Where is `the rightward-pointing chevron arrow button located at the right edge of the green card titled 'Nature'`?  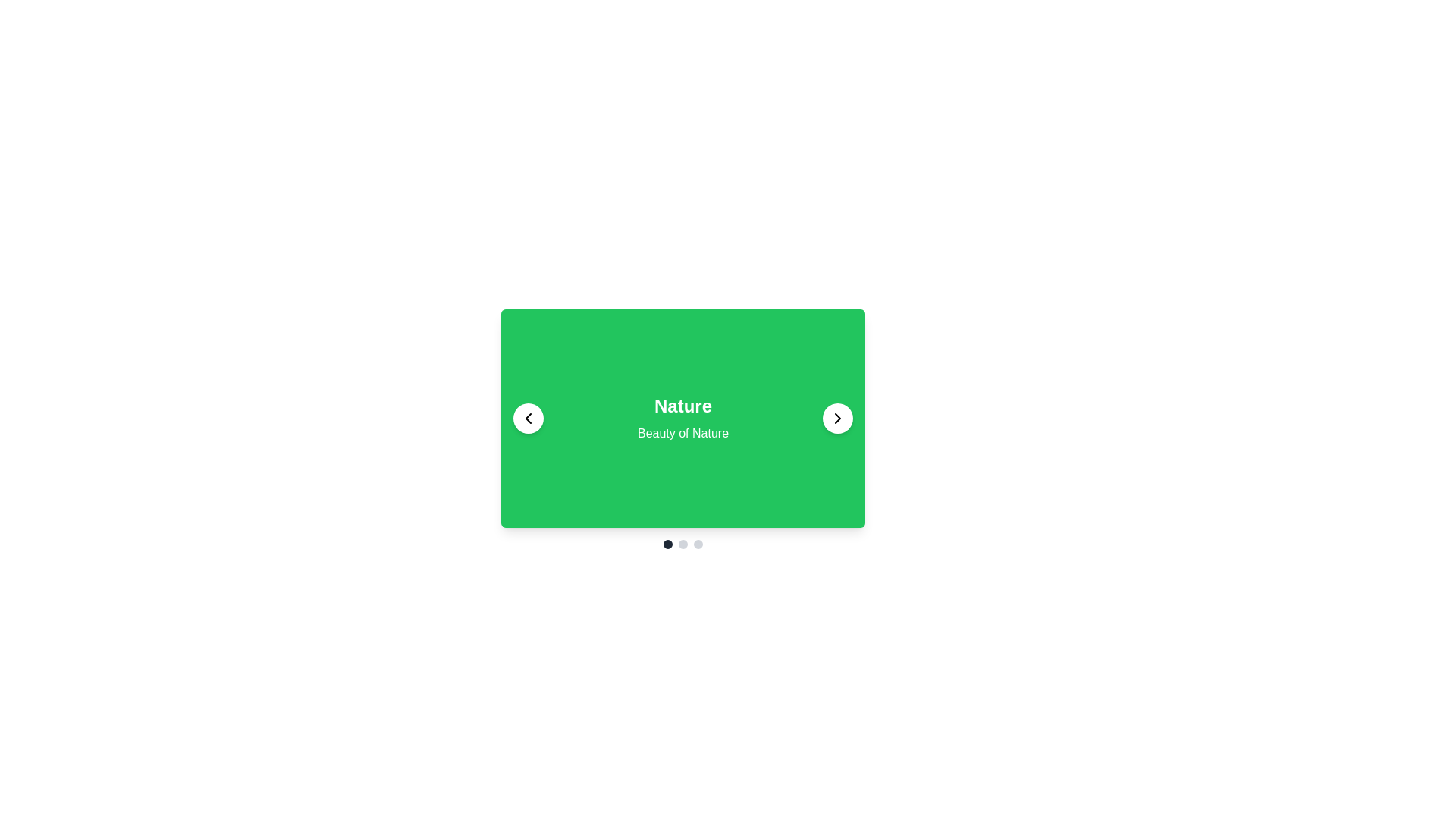 the rightward-pointing chevron arrow button located at the right edge of the green card titled 'Nature' is located at coordinates (836, 418).